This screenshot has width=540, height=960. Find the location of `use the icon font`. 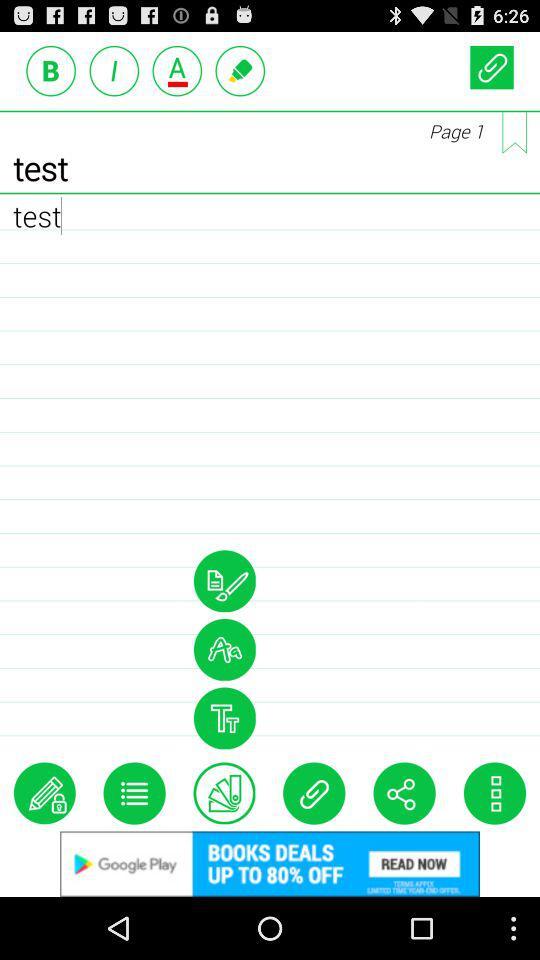

use the icon font is located at coordinates (223, 718).